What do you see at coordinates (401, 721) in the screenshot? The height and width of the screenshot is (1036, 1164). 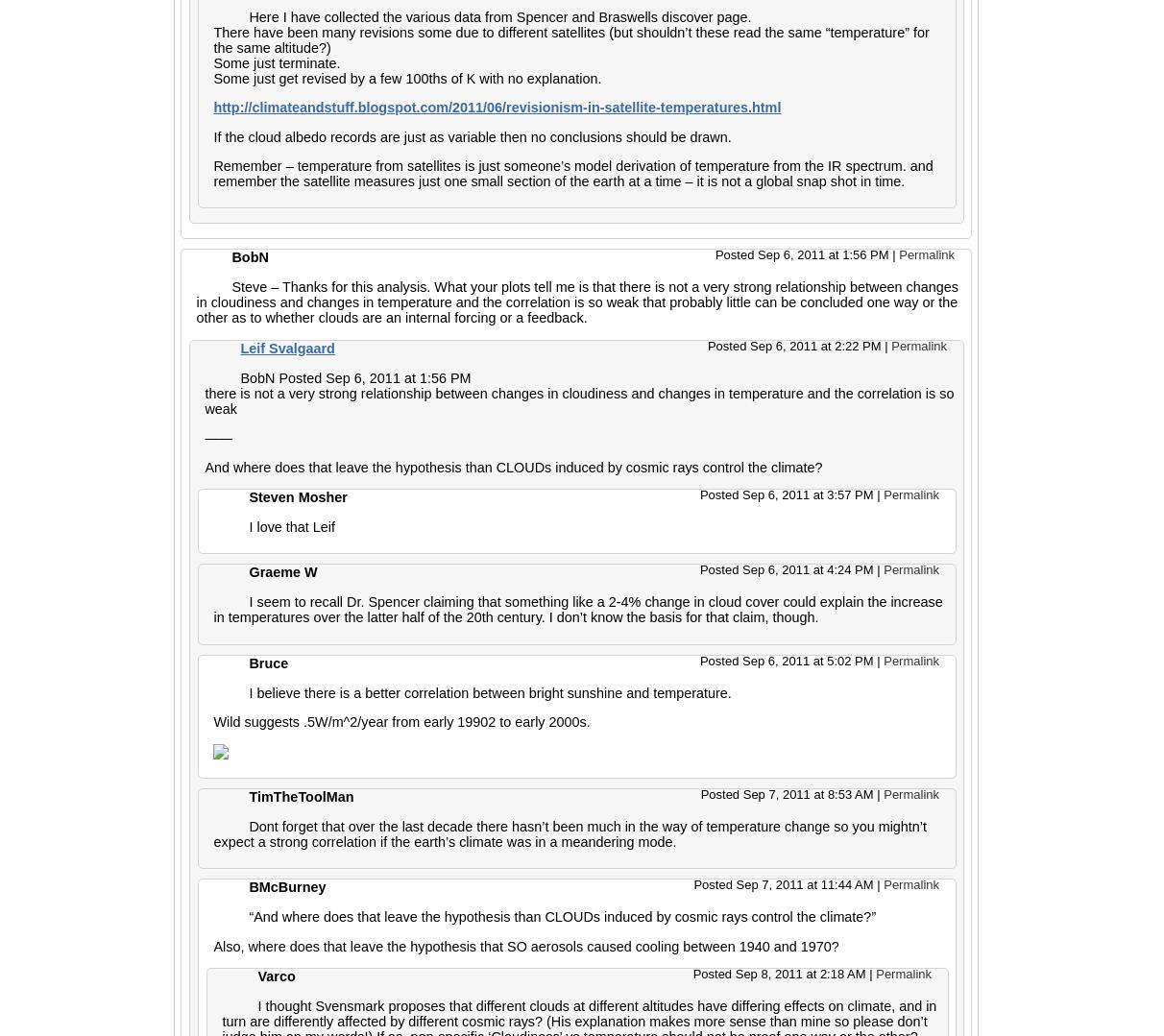 I see `'Wild suggests .5W/m^2/year from early 19902 to early 2000s.'` at bounding box center [401, 721].